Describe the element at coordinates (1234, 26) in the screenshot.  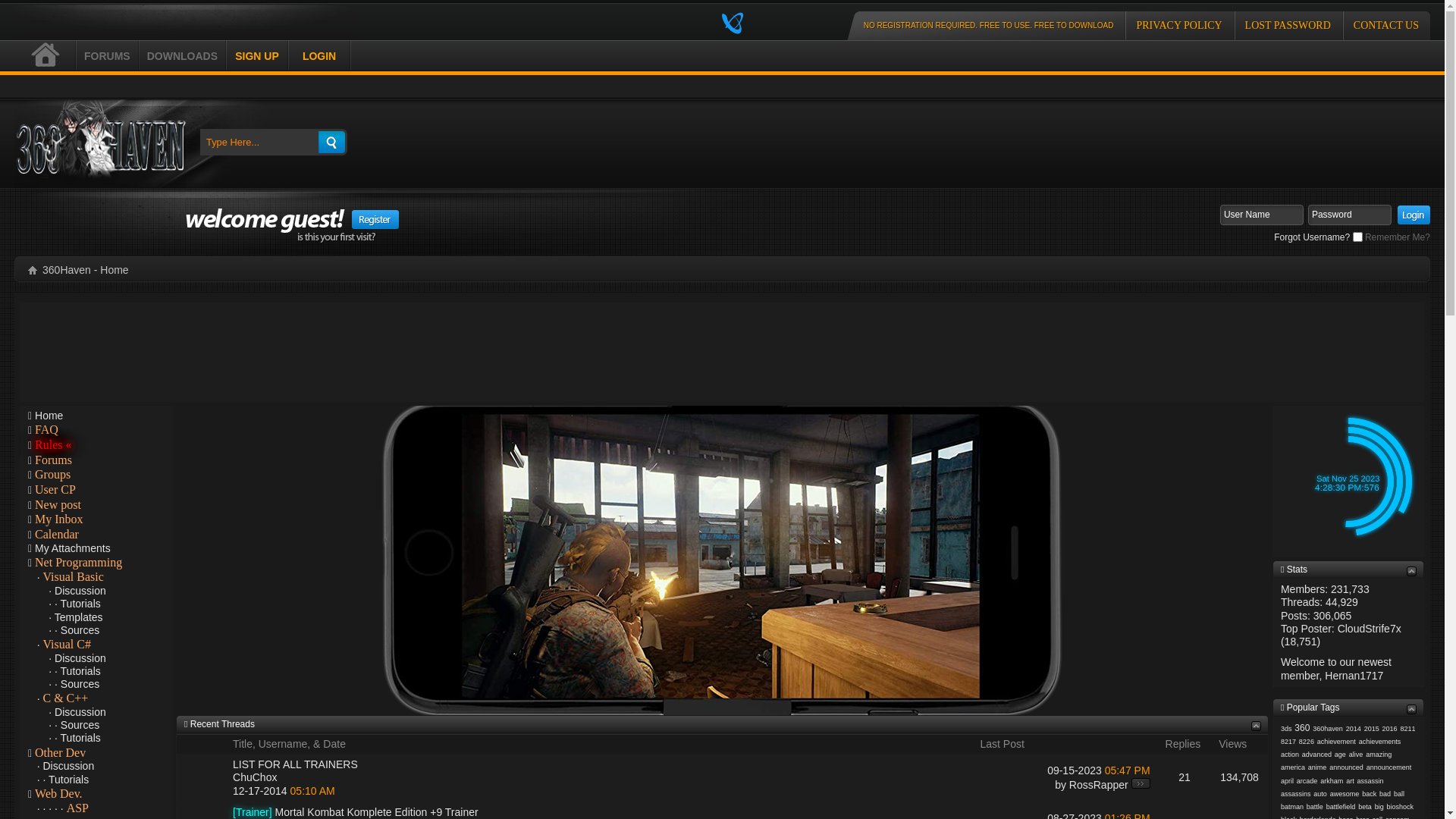
I see `'LOST PASSWORD'` at that location.